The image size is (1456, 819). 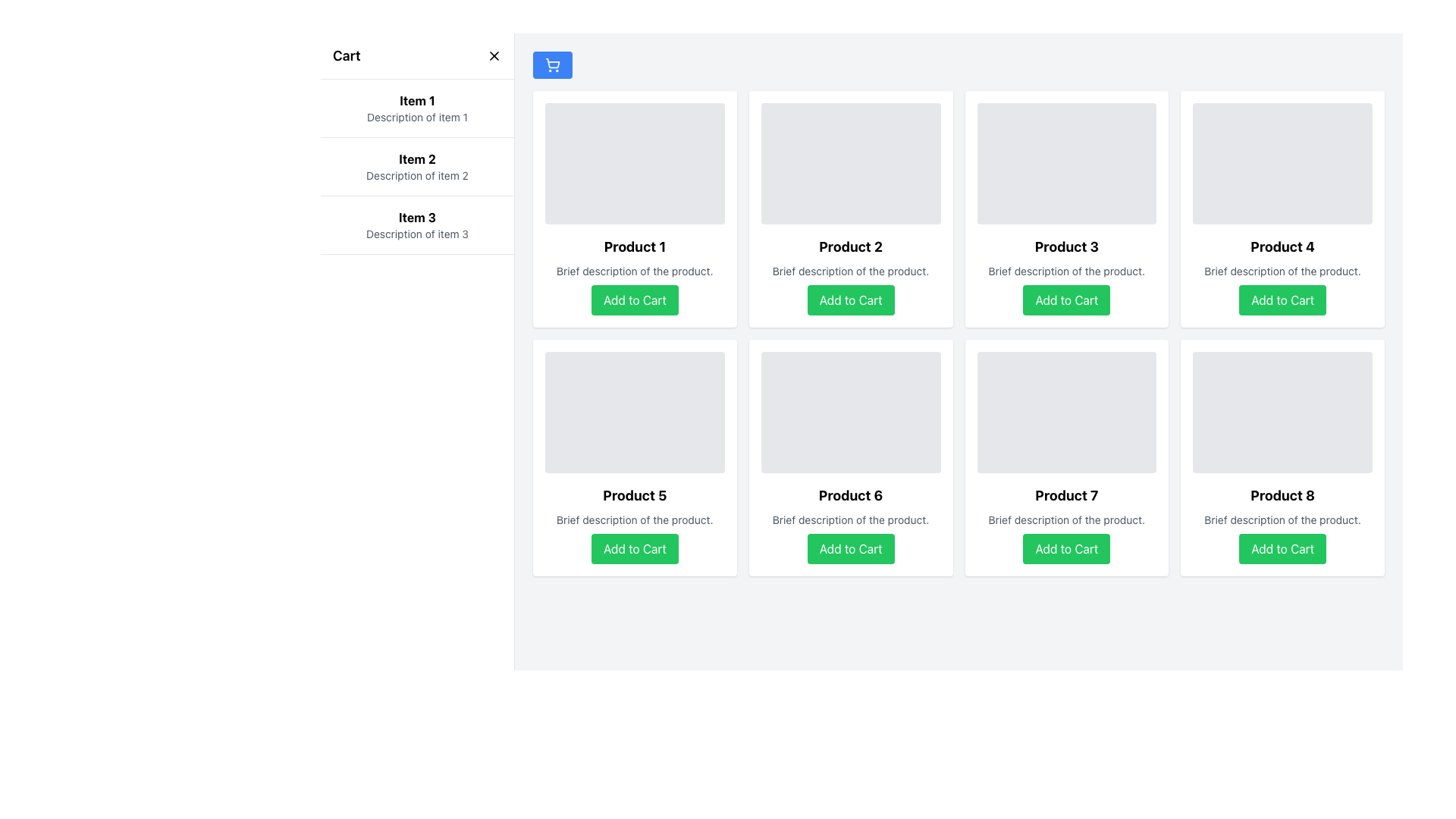 What do you see at coordinates (552, 64) in the screenshot?
I see `the shopping cart button located in the top-right area of the interface` at bounding box center [552, 64].